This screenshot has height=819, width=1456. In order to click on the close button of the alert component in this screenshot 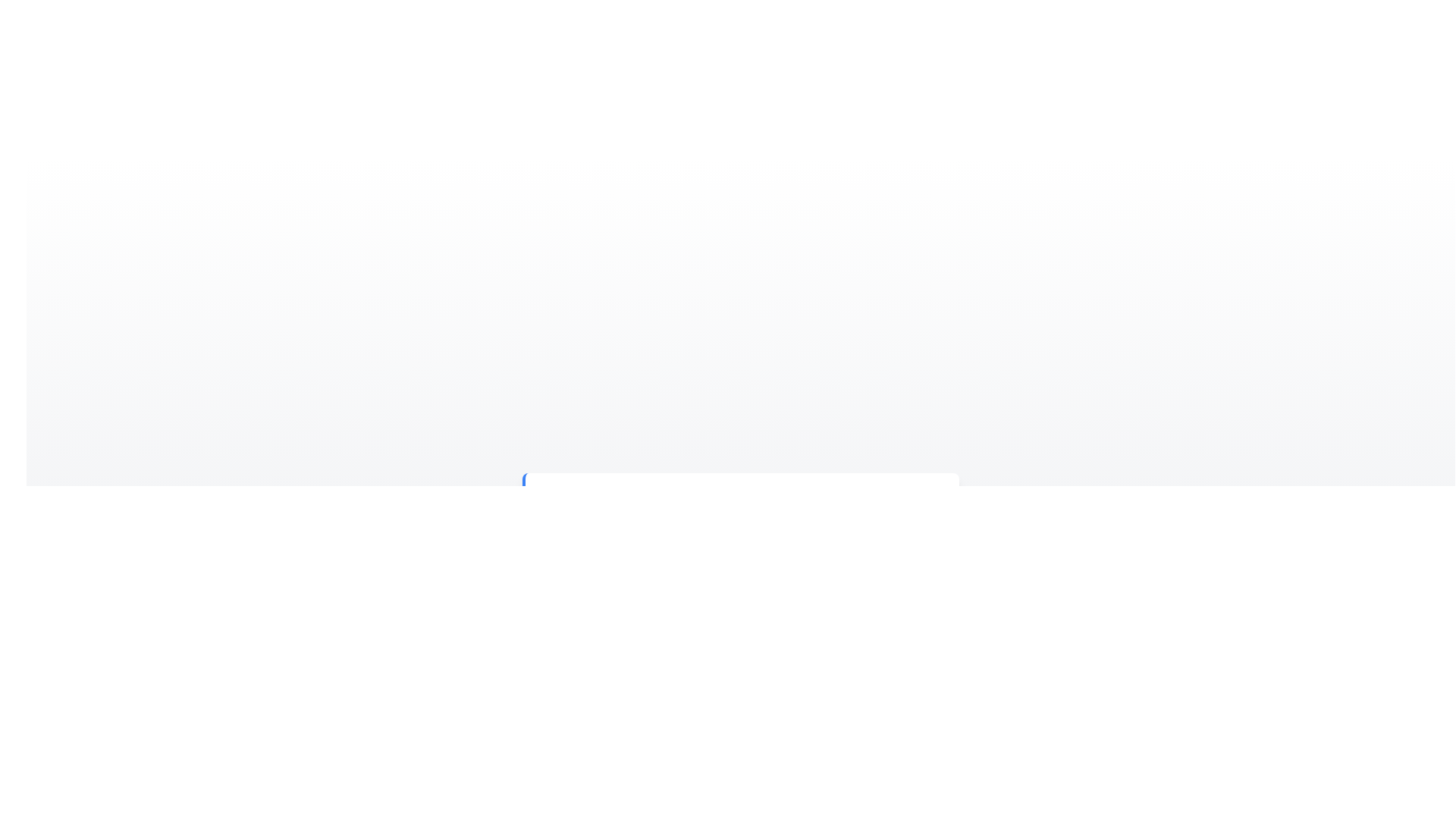, I will do `click(937, 494)`.